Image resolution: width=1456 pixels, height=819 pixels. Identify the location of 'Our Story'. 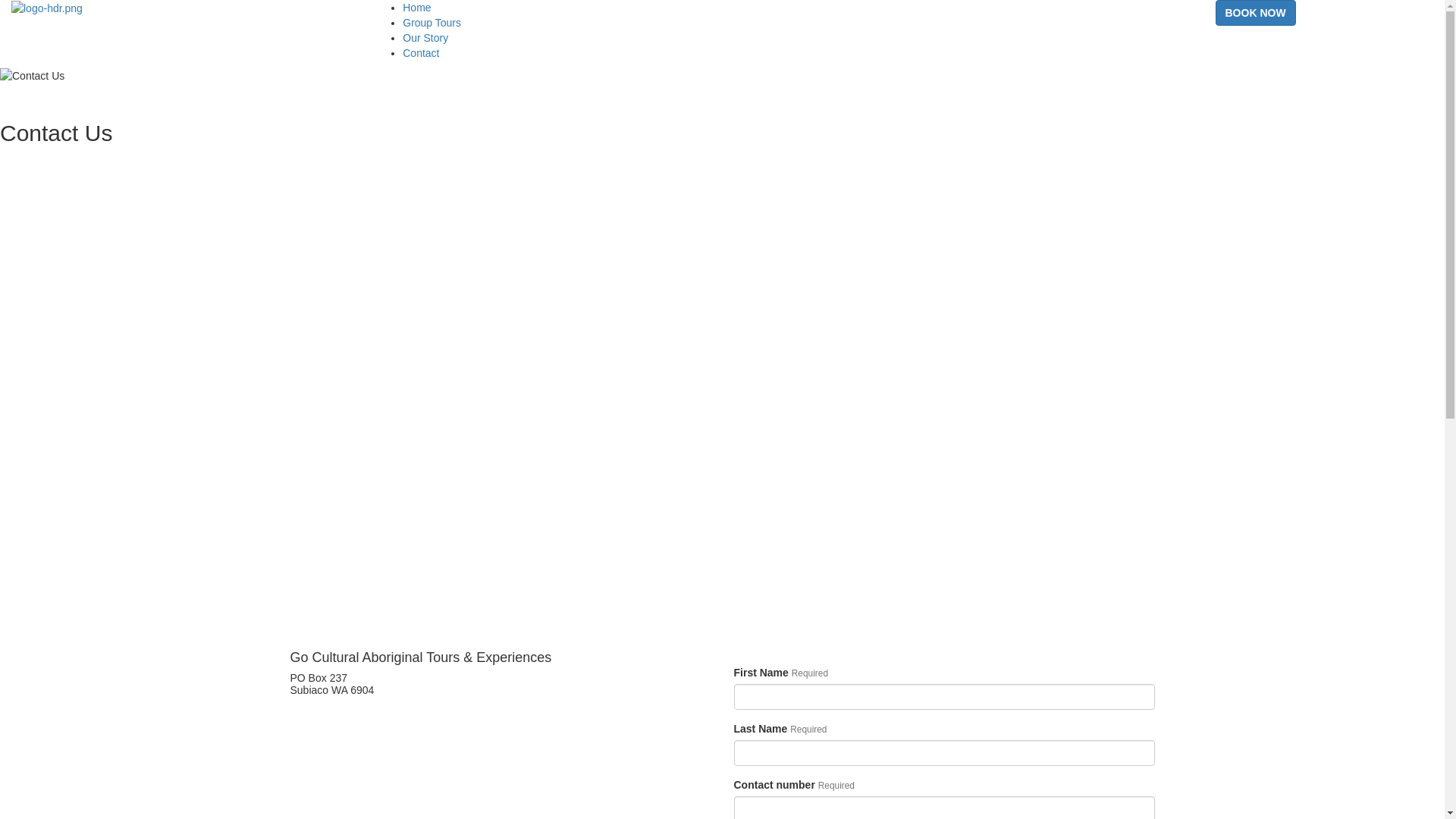
(425, 37).